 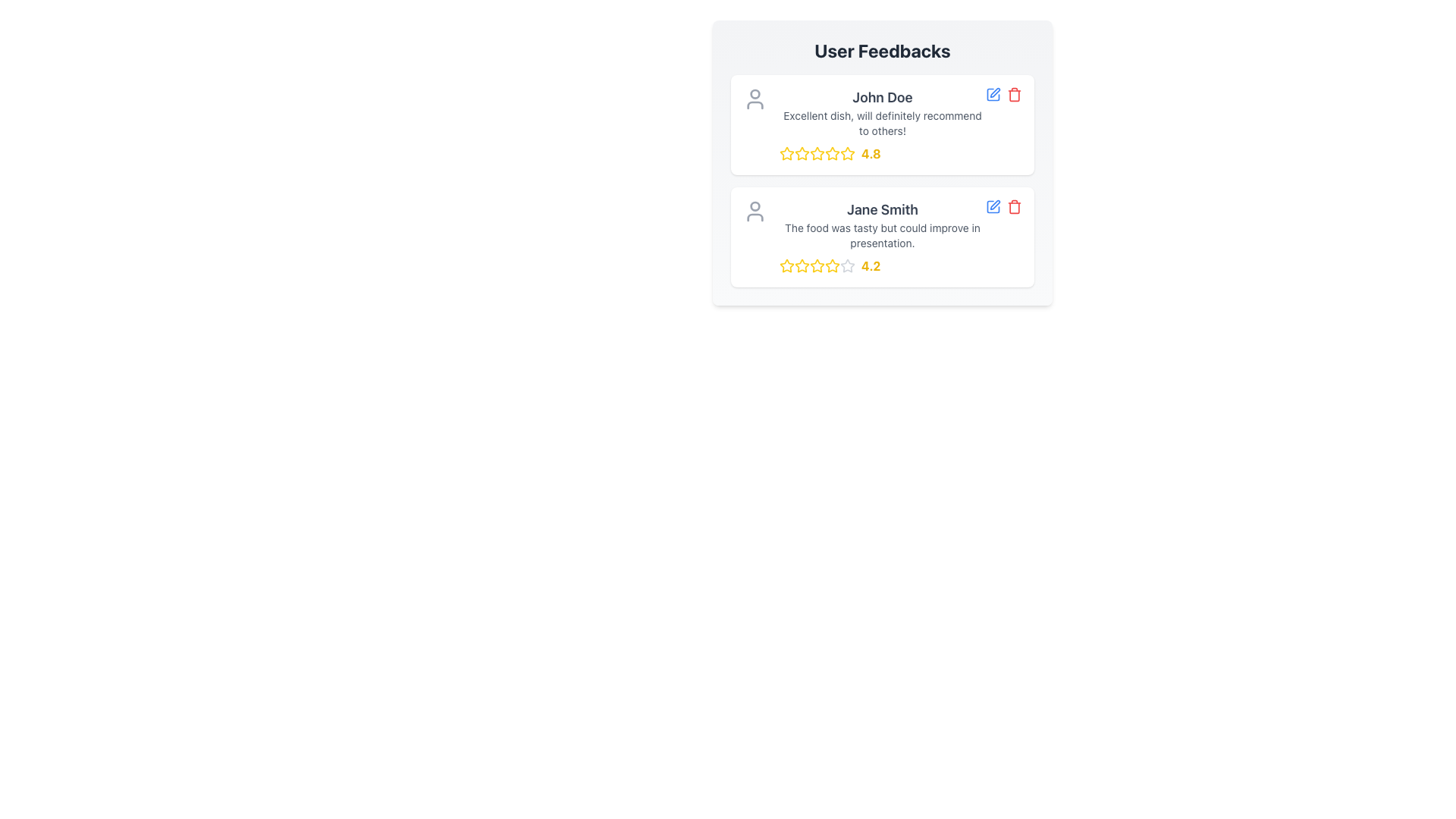 What do you see at coordinates (832, 265) in the screenshot?
I see `the visual representation of the fifth yellow star icon in the user feedback section below the comment from 'Jane Smith'` at bounding box center [832, 265].